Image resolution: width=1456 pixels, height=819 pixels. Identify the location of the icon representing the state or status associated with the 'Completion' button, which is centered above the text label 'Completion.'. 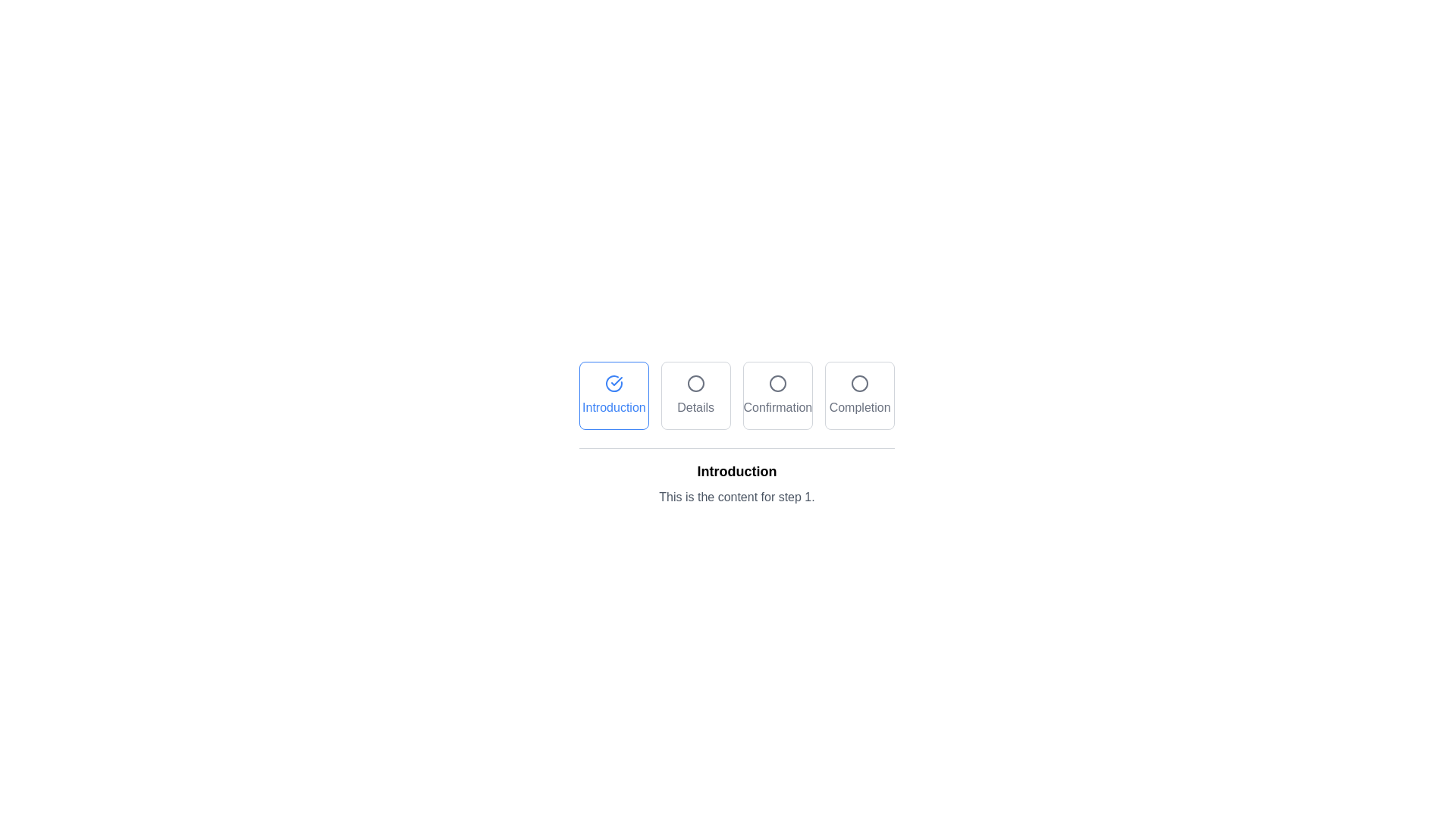
(860, 382).